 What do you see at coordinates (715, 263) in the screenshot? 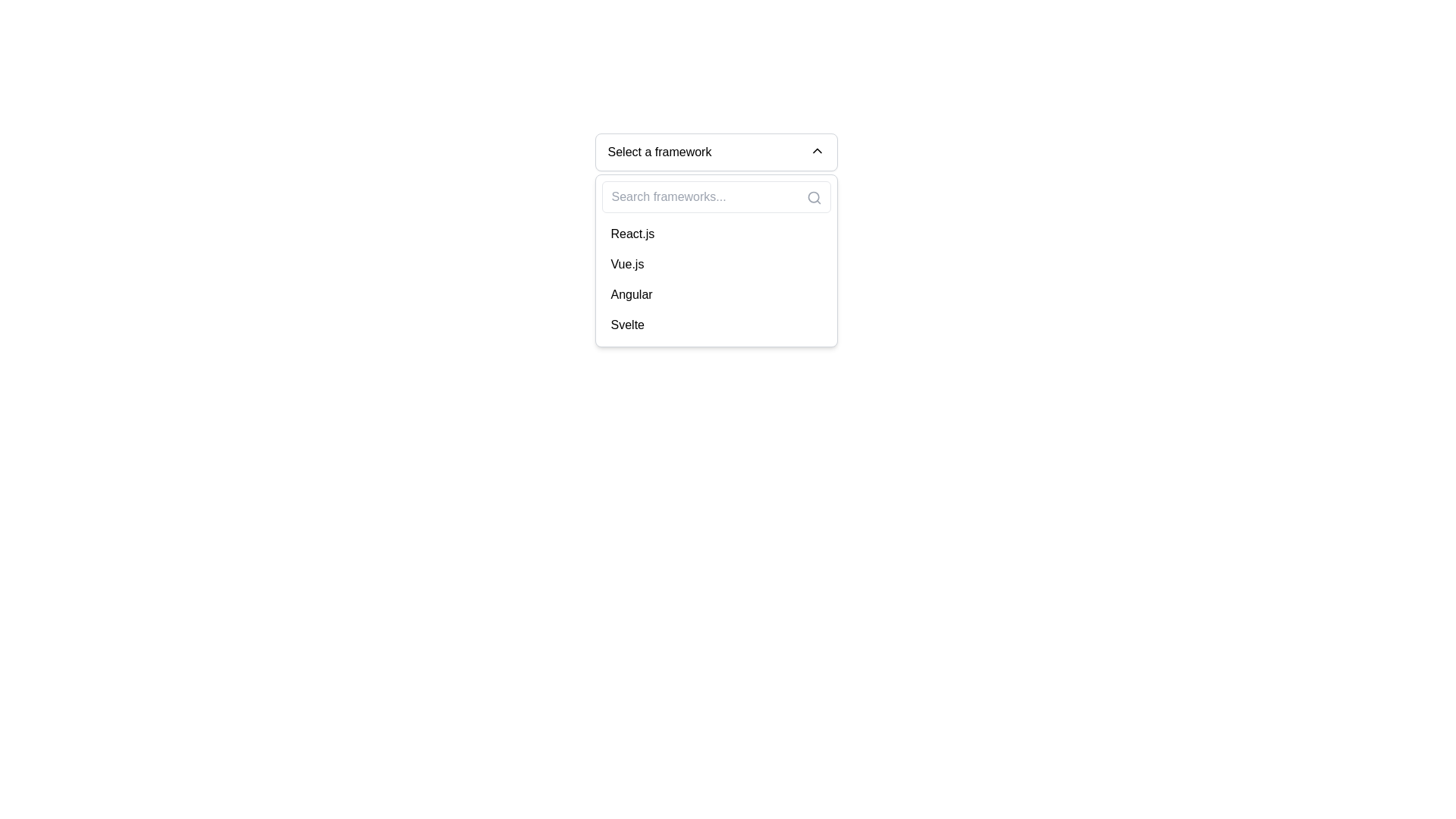
I see `the 'Vue.js' option in the dropdown list` at bounding box center [715, 263].